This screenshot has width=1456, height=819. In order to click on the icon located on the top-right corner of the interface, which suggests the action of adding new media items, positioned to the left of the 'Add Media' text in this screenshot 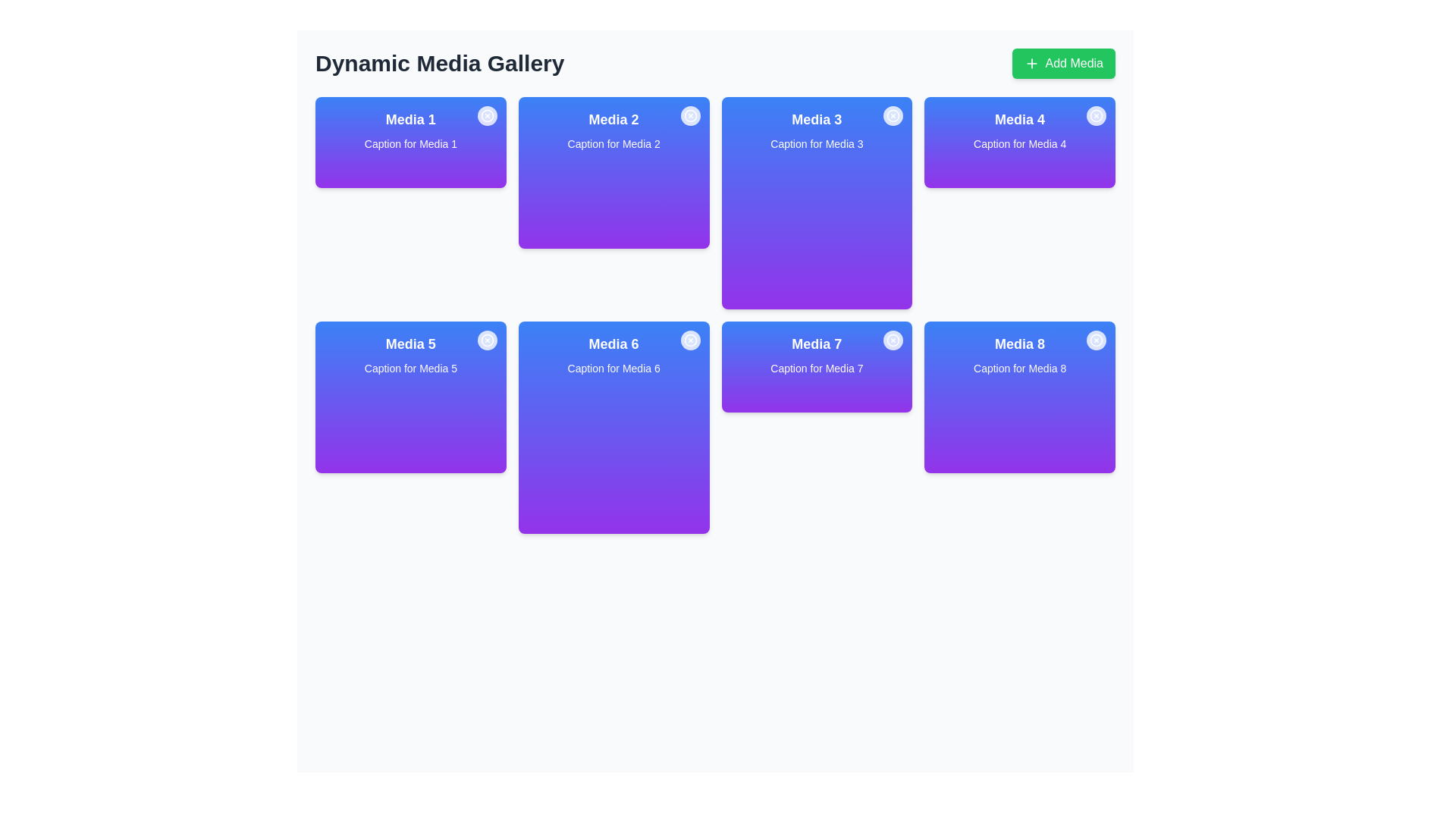, I will do `click(1031, 63)`.